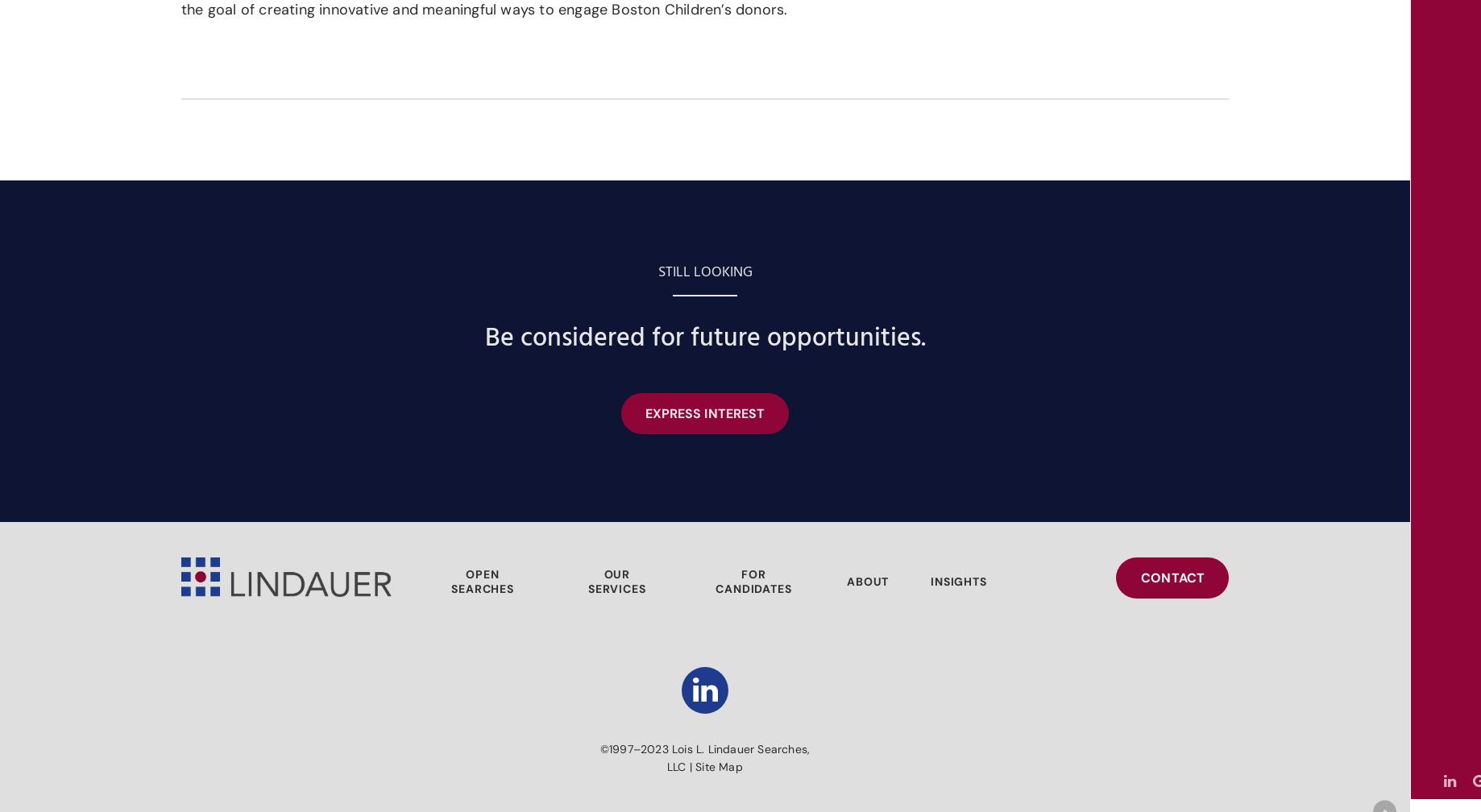 Image resolution: width=1481 pixels, height=812 pixels. Describe the element at coordinates (482, 582) in the screenshot. I see `'OPEN  SEARCHES'` at that location.